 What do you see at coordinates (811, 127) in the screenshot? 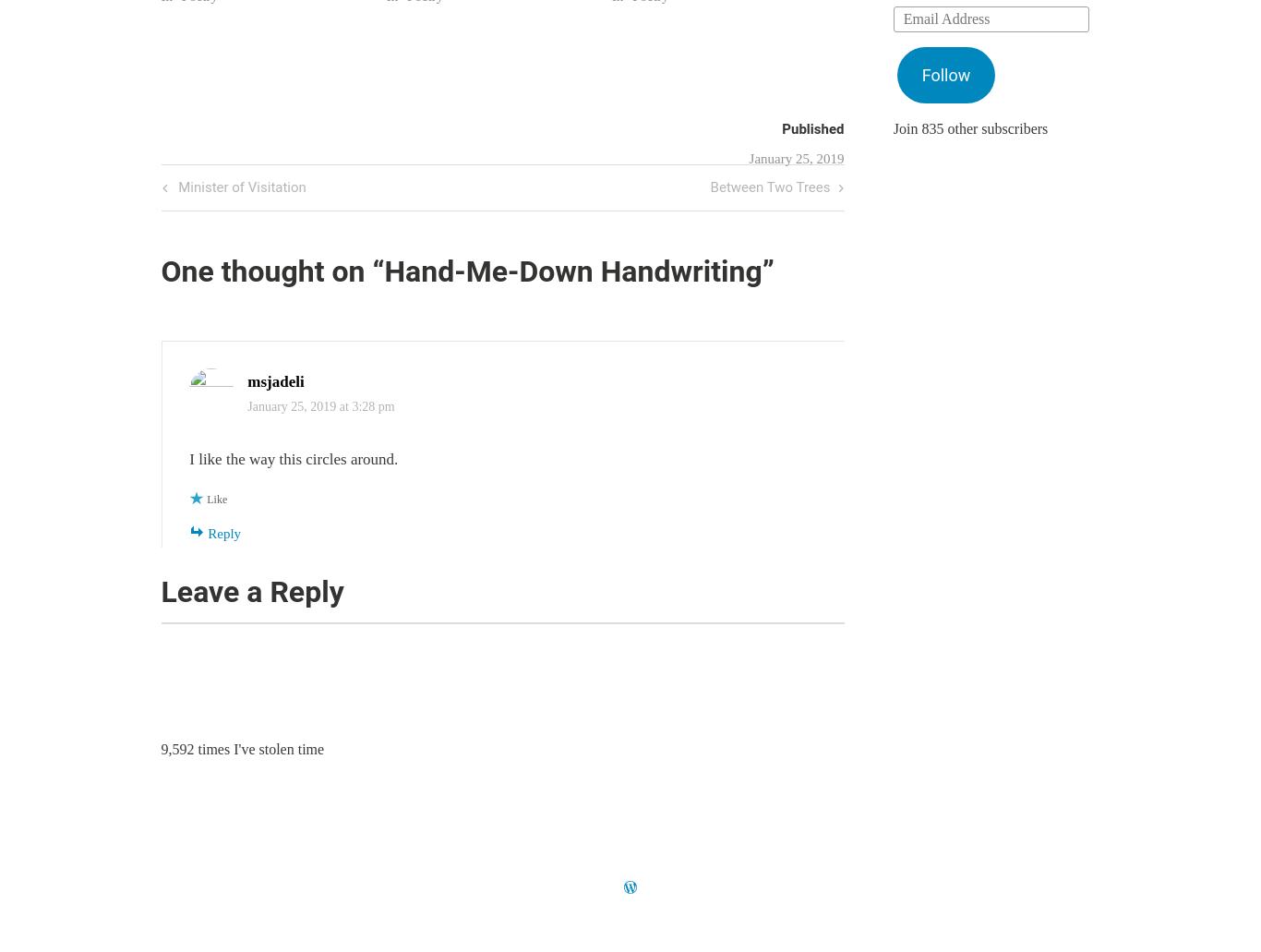
I see `'Published'` at bounding box center [811, 127].